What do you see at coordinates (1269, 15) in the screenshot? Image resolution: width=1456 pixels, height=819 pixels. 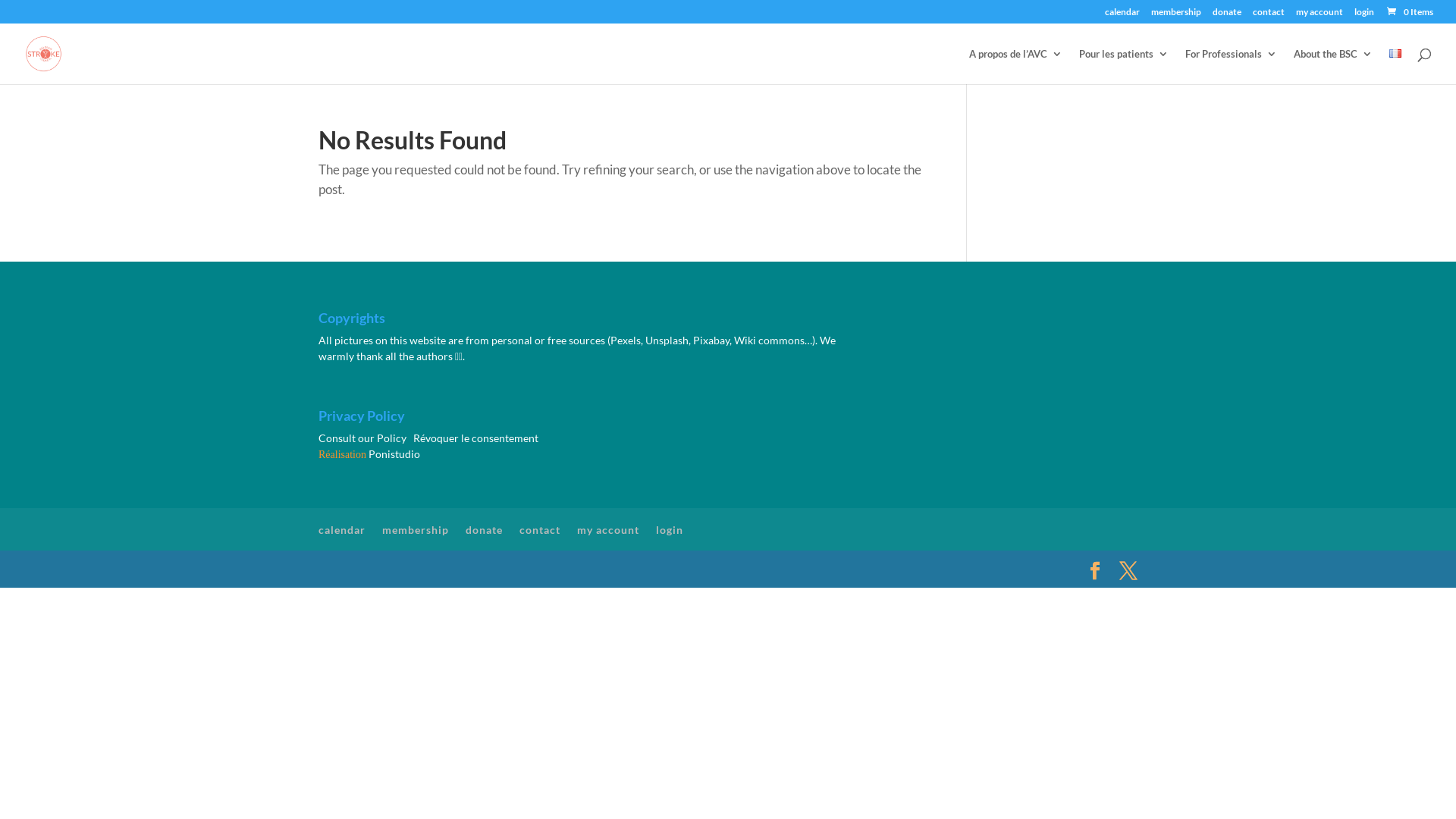 I see `'contact'` at bounding box center [1269, 15].